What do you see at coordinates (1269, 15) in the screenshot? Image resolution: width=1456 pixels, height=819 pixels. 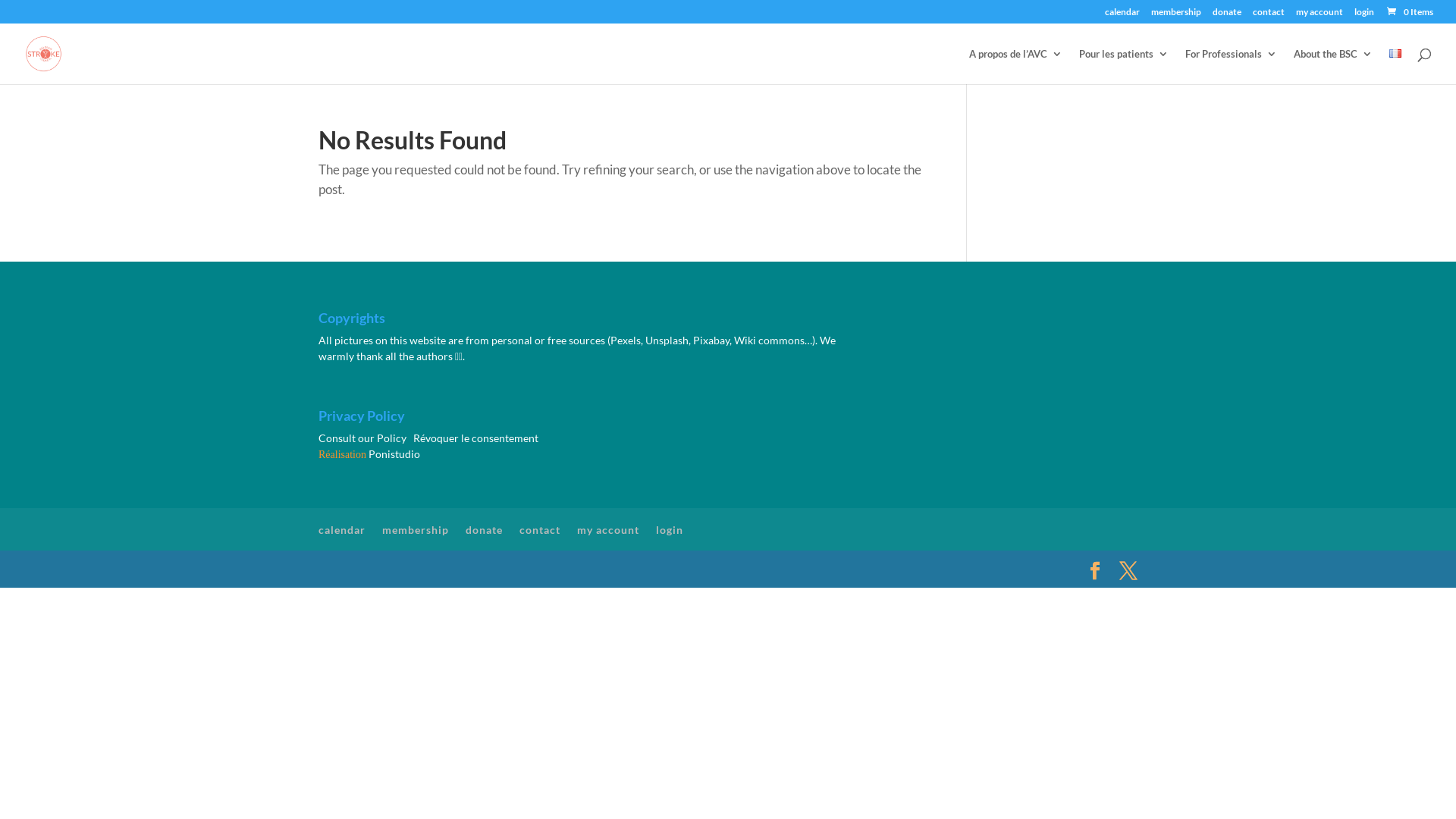 I see `'contact'` at bounding box center [1269, 15].